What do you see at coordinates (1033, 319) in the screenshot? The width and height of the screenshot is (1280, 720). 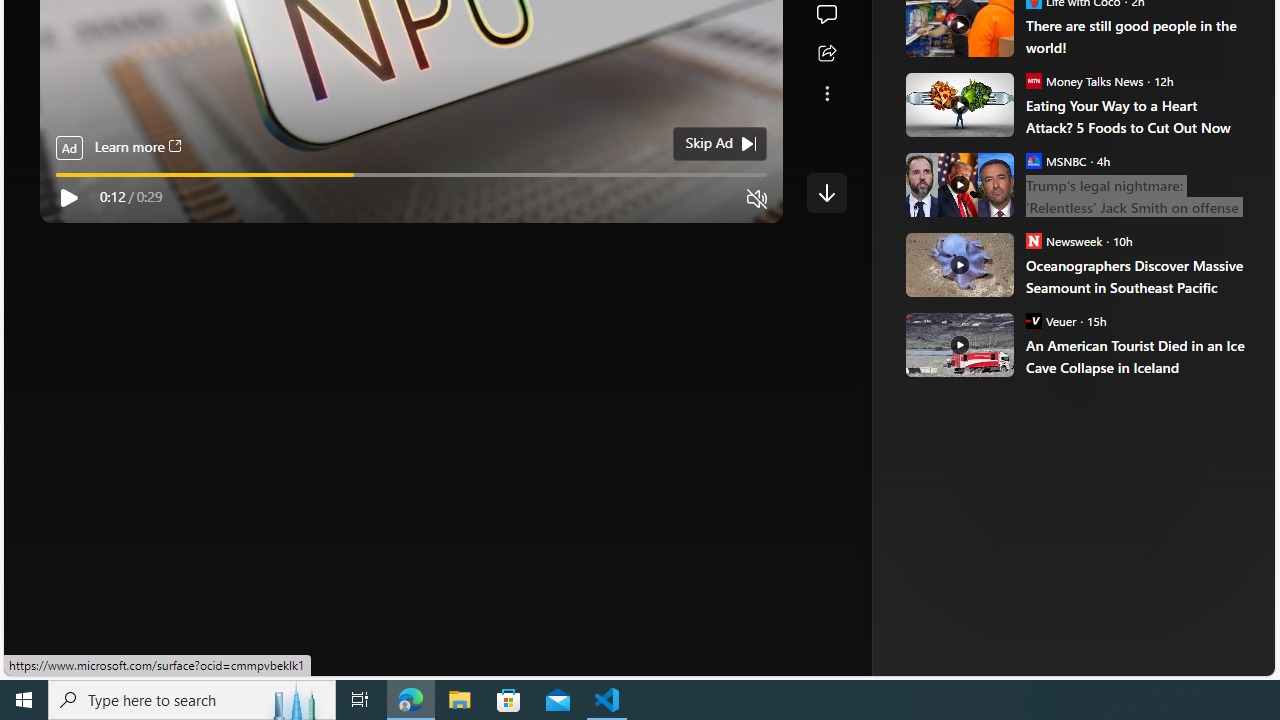 I see `'Veuer'` at bounding box center [1033, 319].